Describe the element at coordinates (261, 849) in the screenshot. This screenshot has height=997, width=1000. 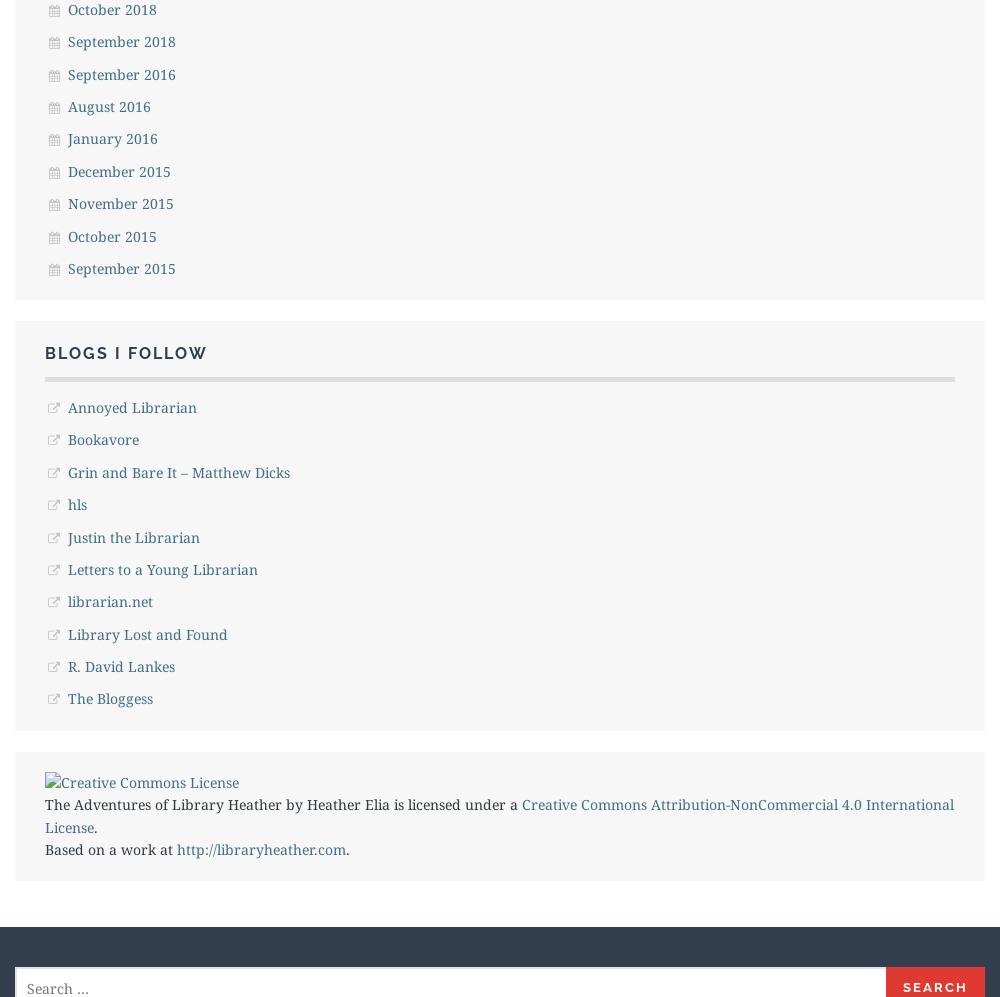
I see `'http://libraryheather.com'` at that location.